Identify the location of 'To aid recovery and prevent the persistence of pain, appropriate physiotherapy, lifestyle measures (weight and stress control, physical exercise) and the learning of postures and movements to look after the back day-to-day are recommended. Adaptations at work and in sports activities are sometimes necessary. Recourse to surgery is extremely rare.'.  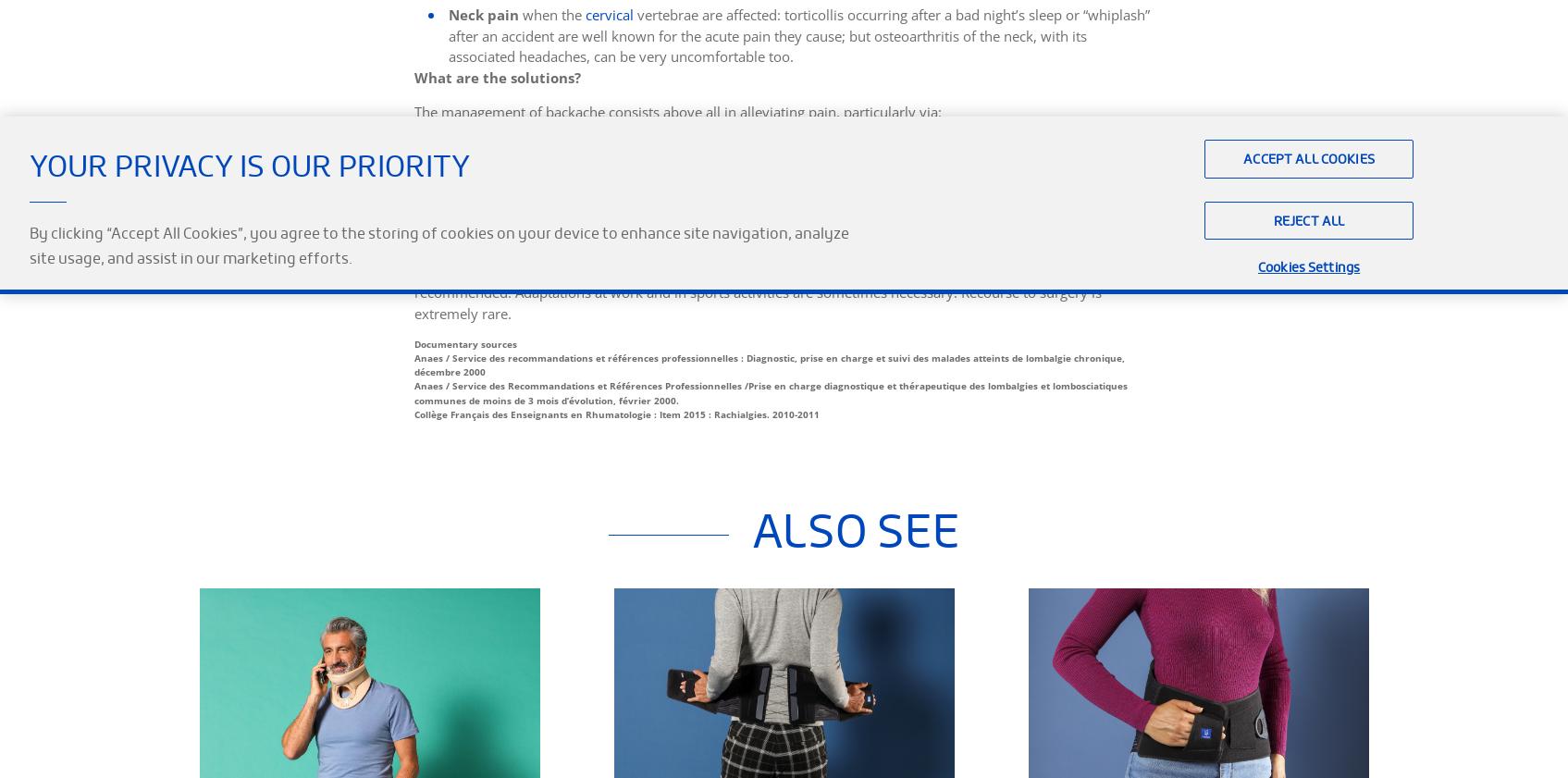
(778, 280).